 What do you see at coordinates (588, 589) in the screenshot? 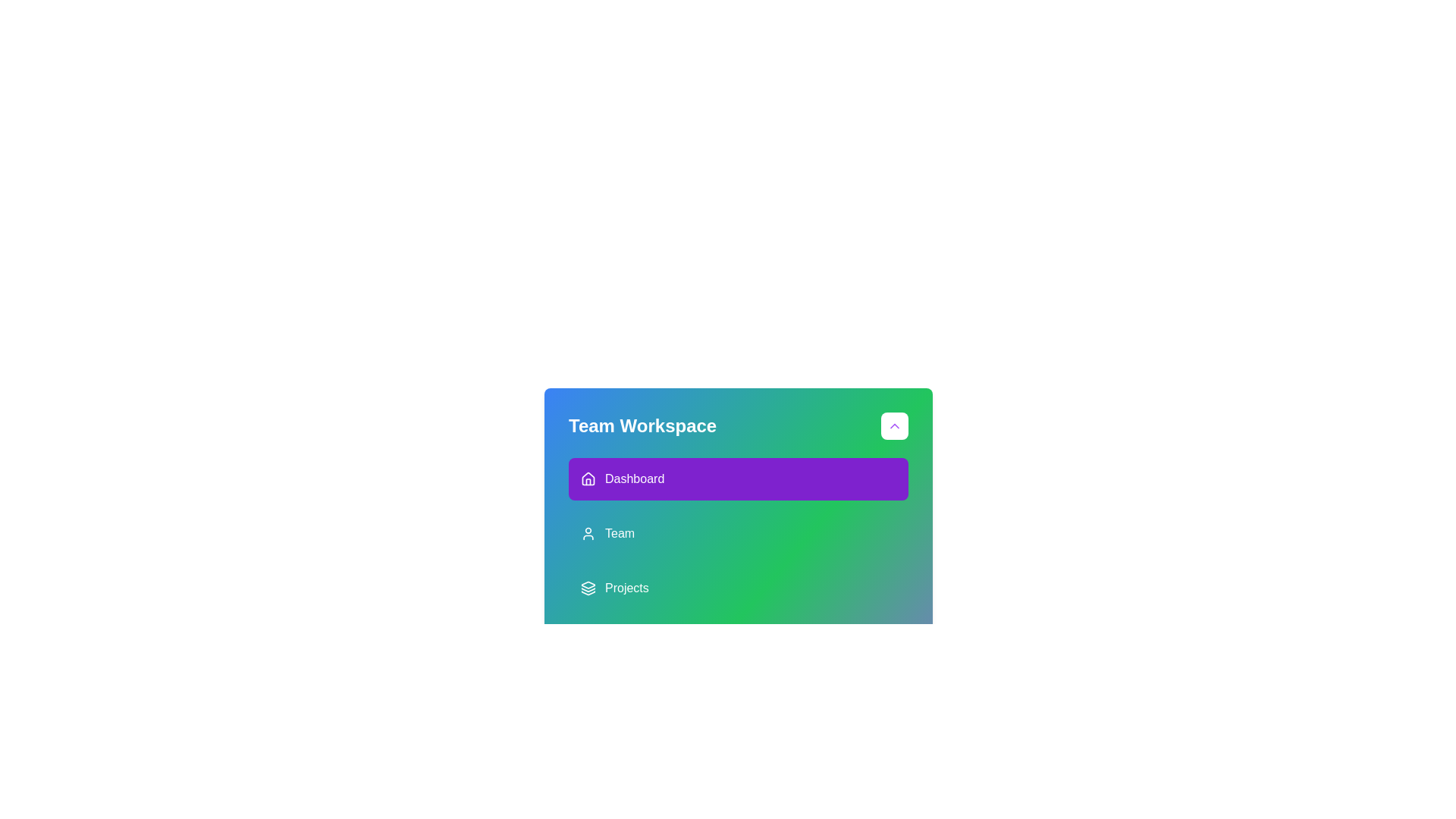
I see `the layered graphical icon representing the 'Projects' menu item by moving the cursor to its center point` at bounding box center [588, 589].